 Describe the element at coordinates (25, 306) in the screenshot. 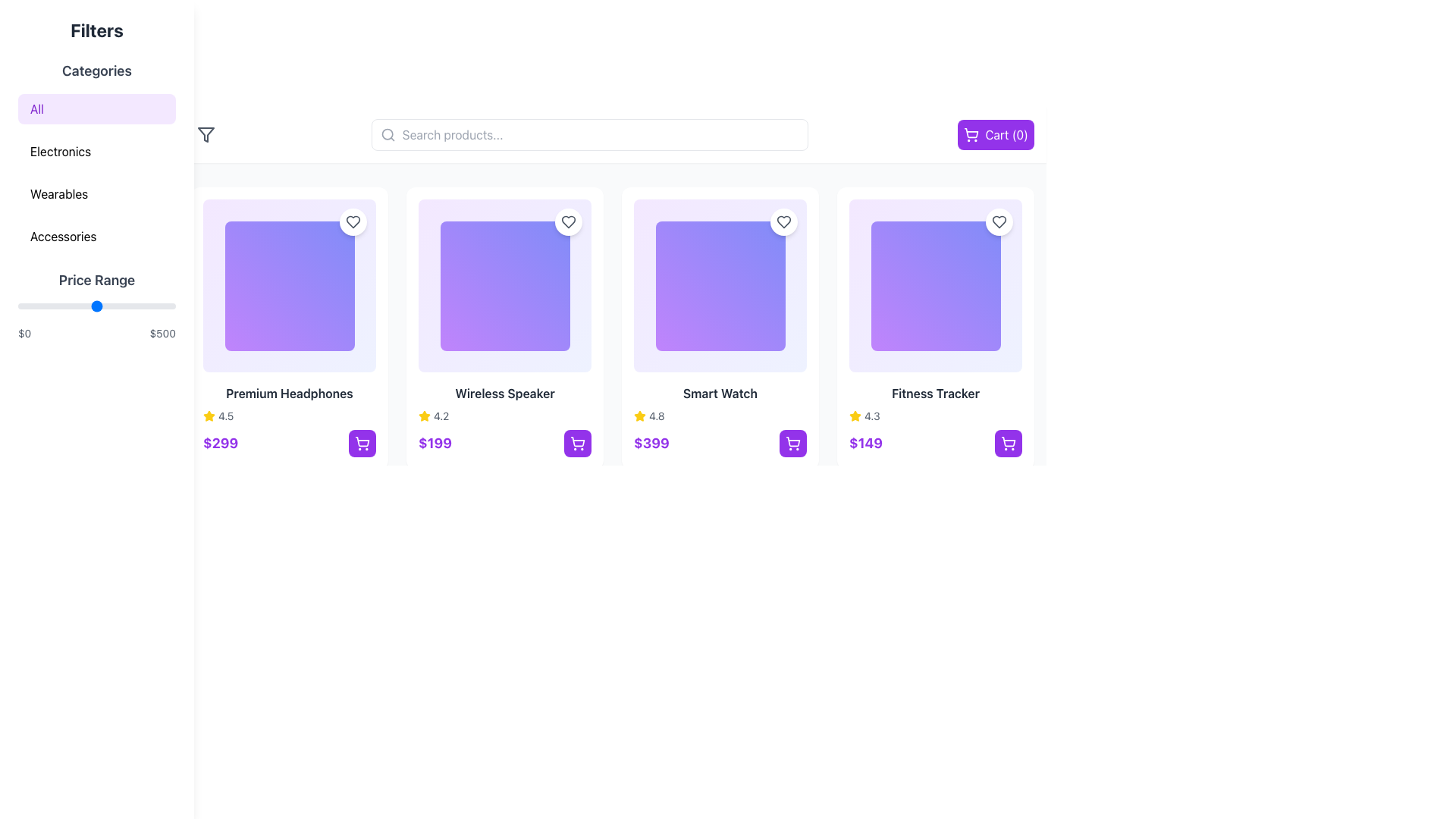

I see `the price range slider` at that location.